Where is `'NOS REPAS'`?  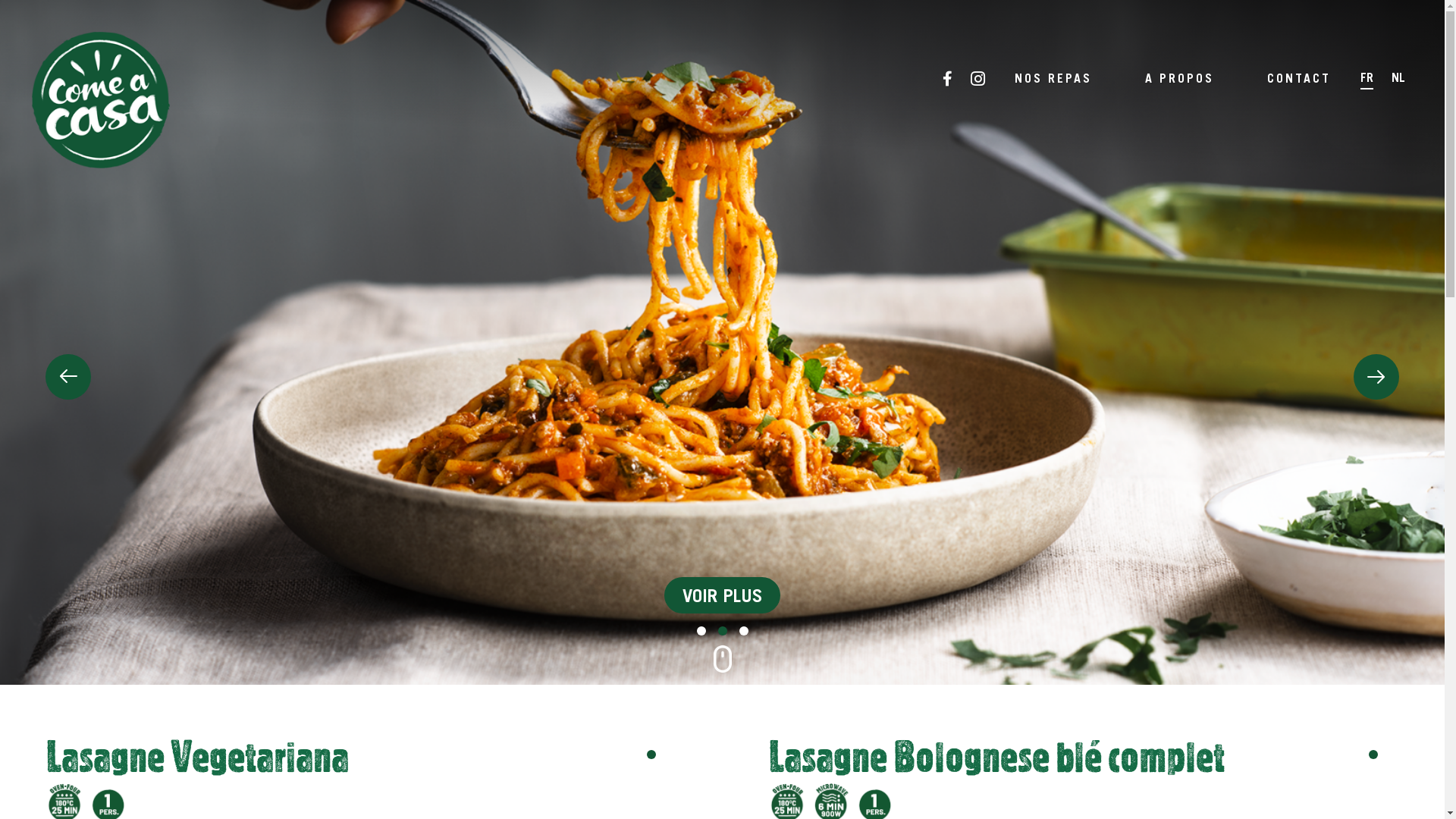
'NOS REPAS' is located at coordinates (1052, 77).